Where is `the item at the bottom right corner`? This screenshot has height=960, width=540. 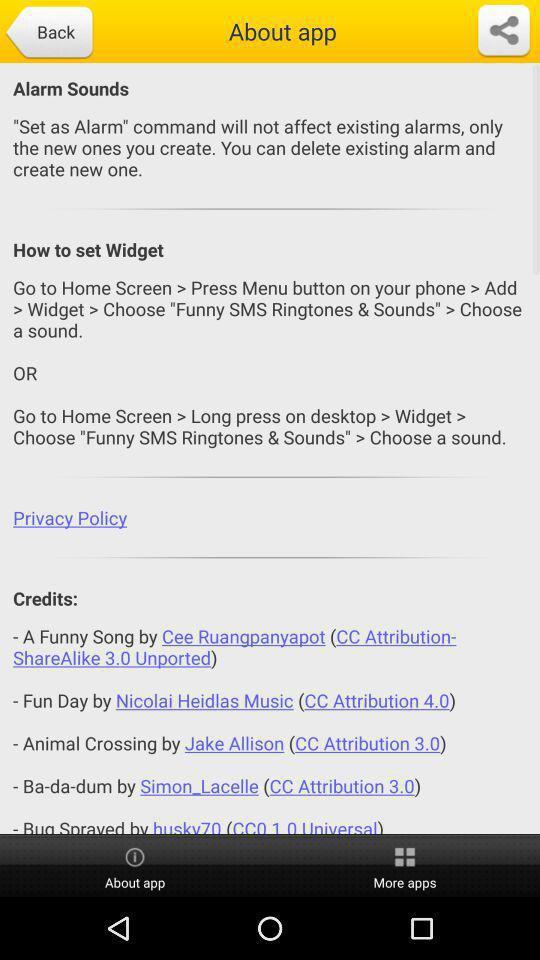 the item at the bottom right corner is located at coordinates (405, 865).